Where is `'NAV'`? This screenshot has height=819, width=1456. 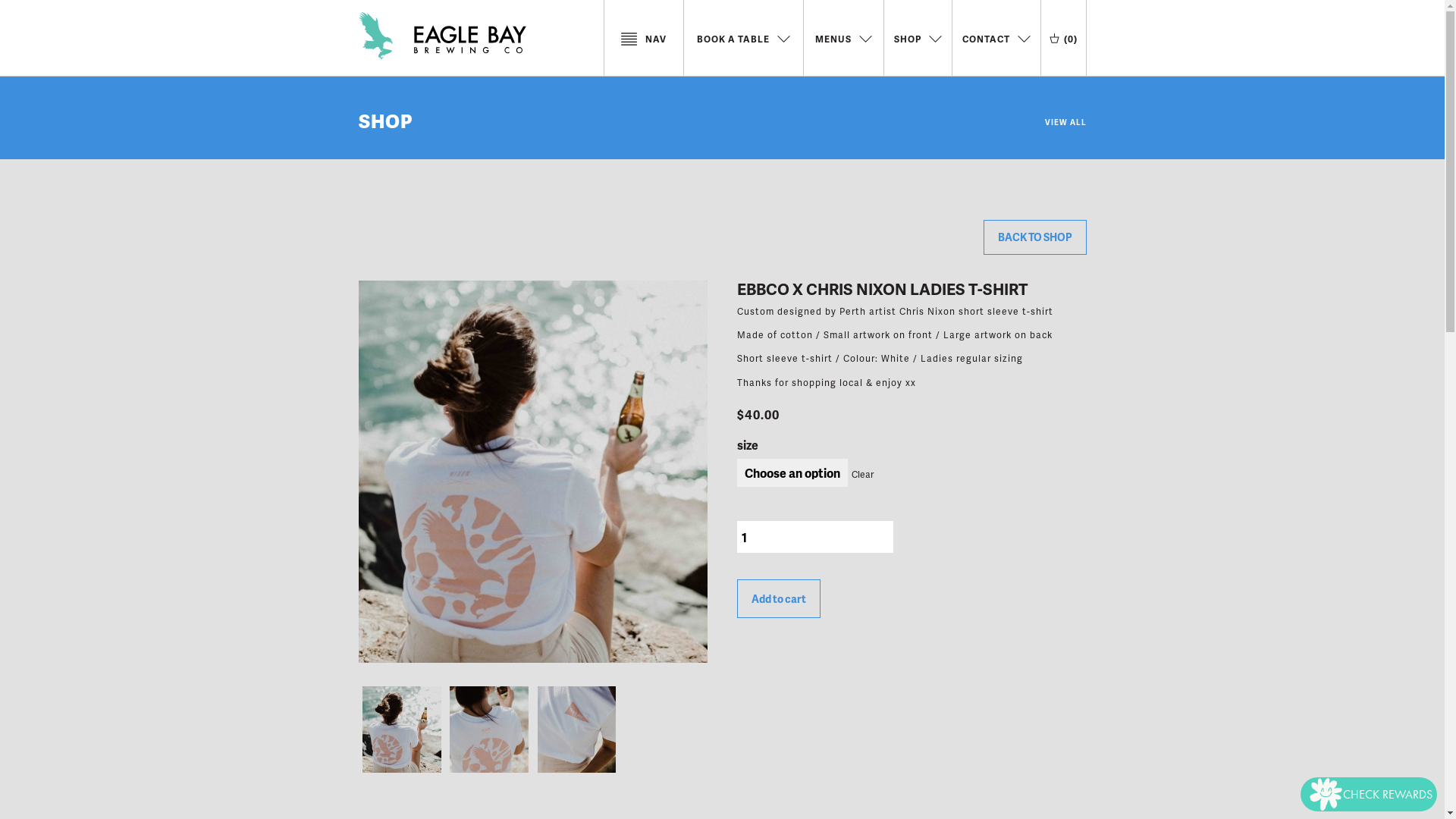 'NAV' is located at coordinates (643, 37).